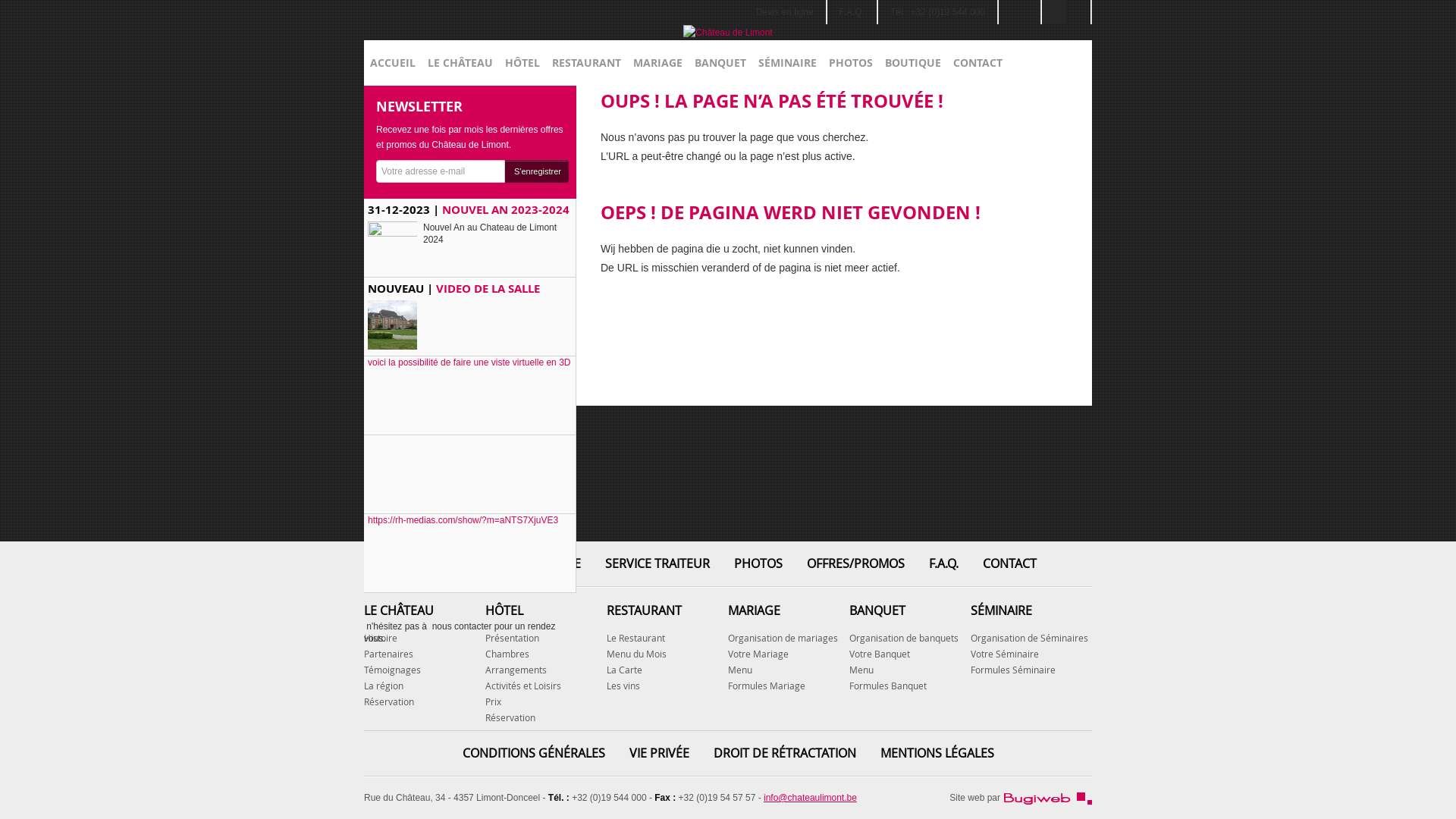  What do you see at coordinates (381, 637) in the screenshot?
I see `'Histoire'` at bounding box center [381, 637].